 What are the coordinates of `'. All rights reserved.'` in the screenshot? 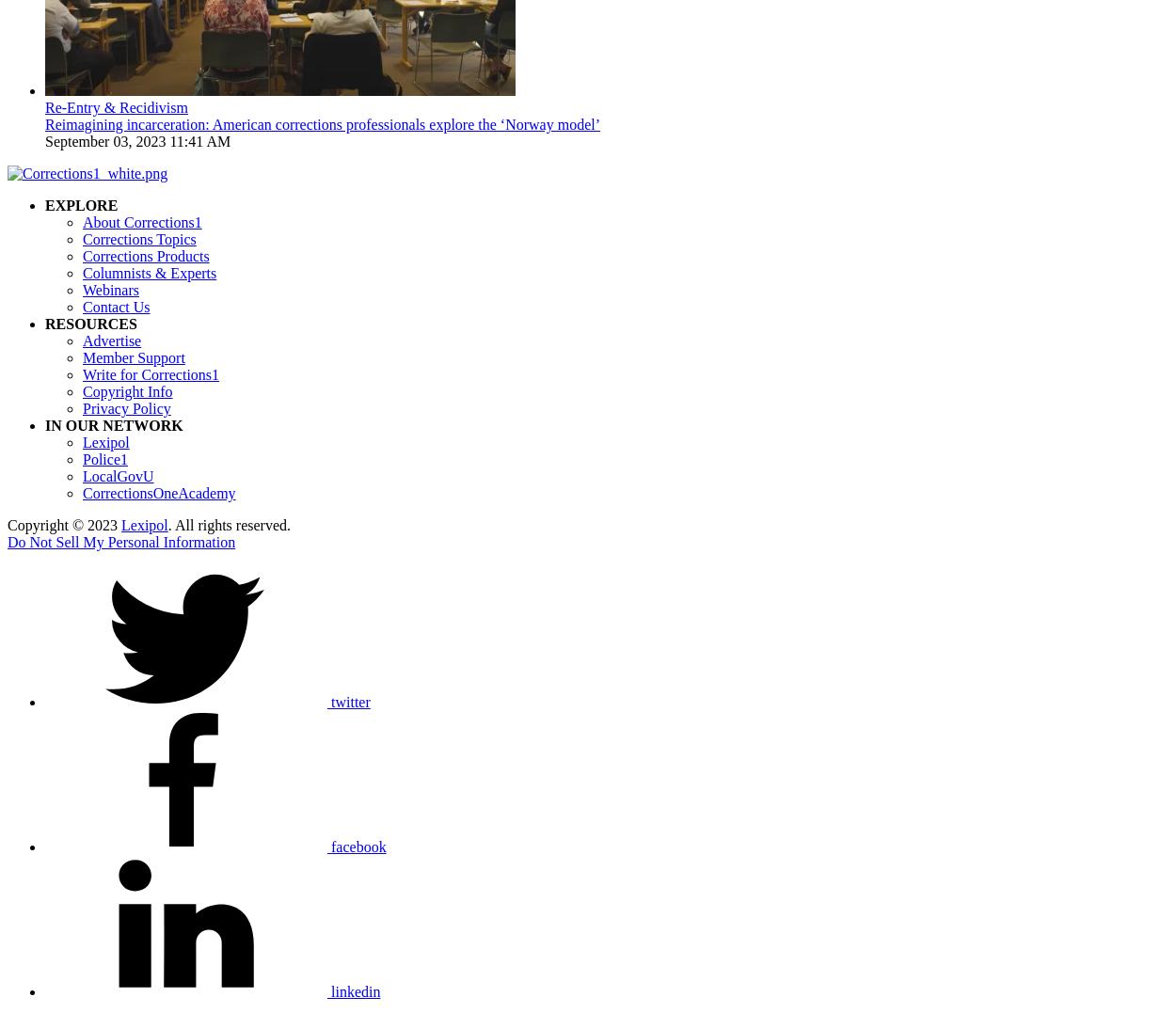 It's located at (167, 525).